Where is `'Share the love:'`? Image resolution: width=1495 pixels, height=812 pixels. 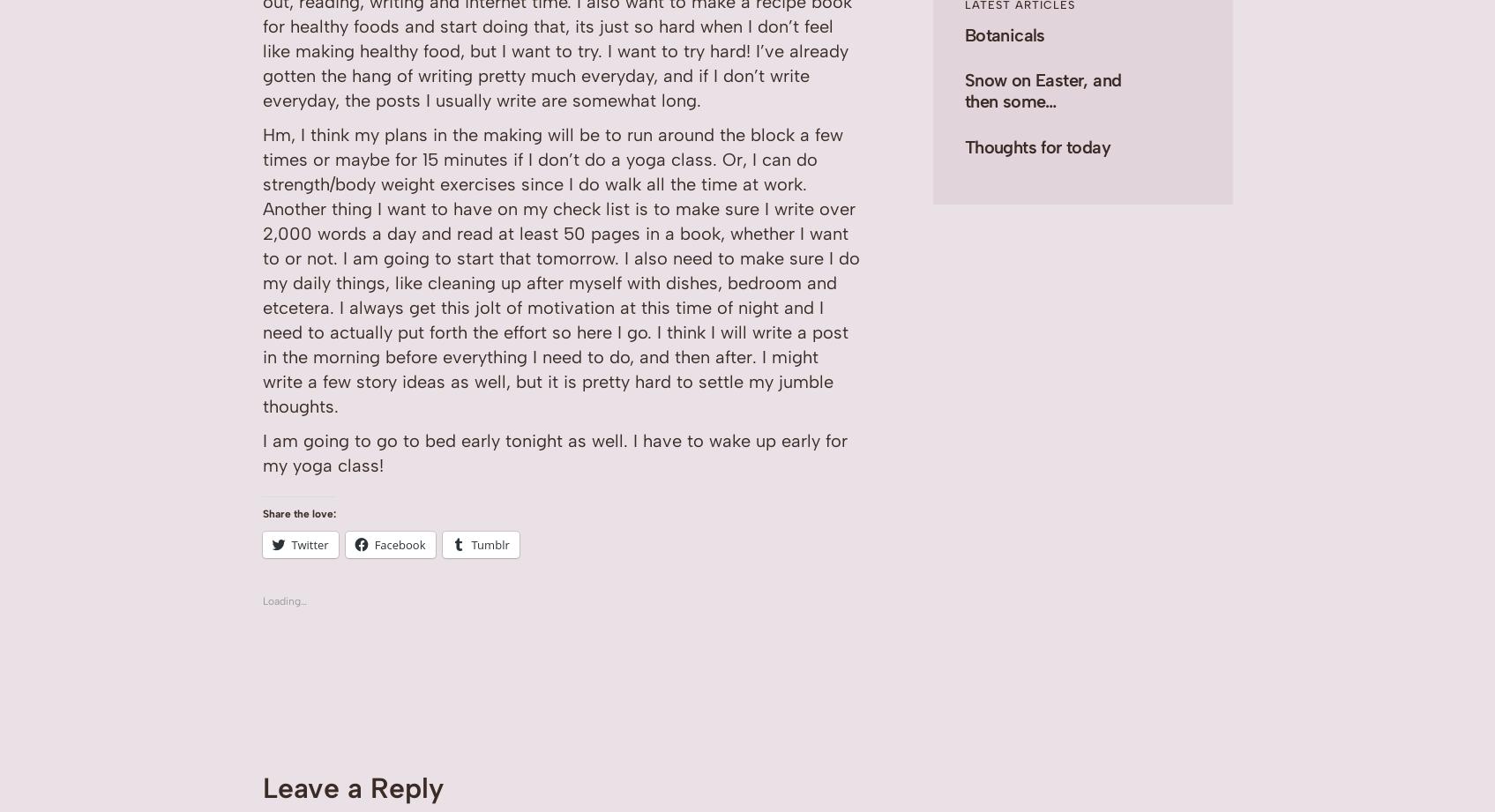
'Share the love:' is located at coordinates (297, 511).